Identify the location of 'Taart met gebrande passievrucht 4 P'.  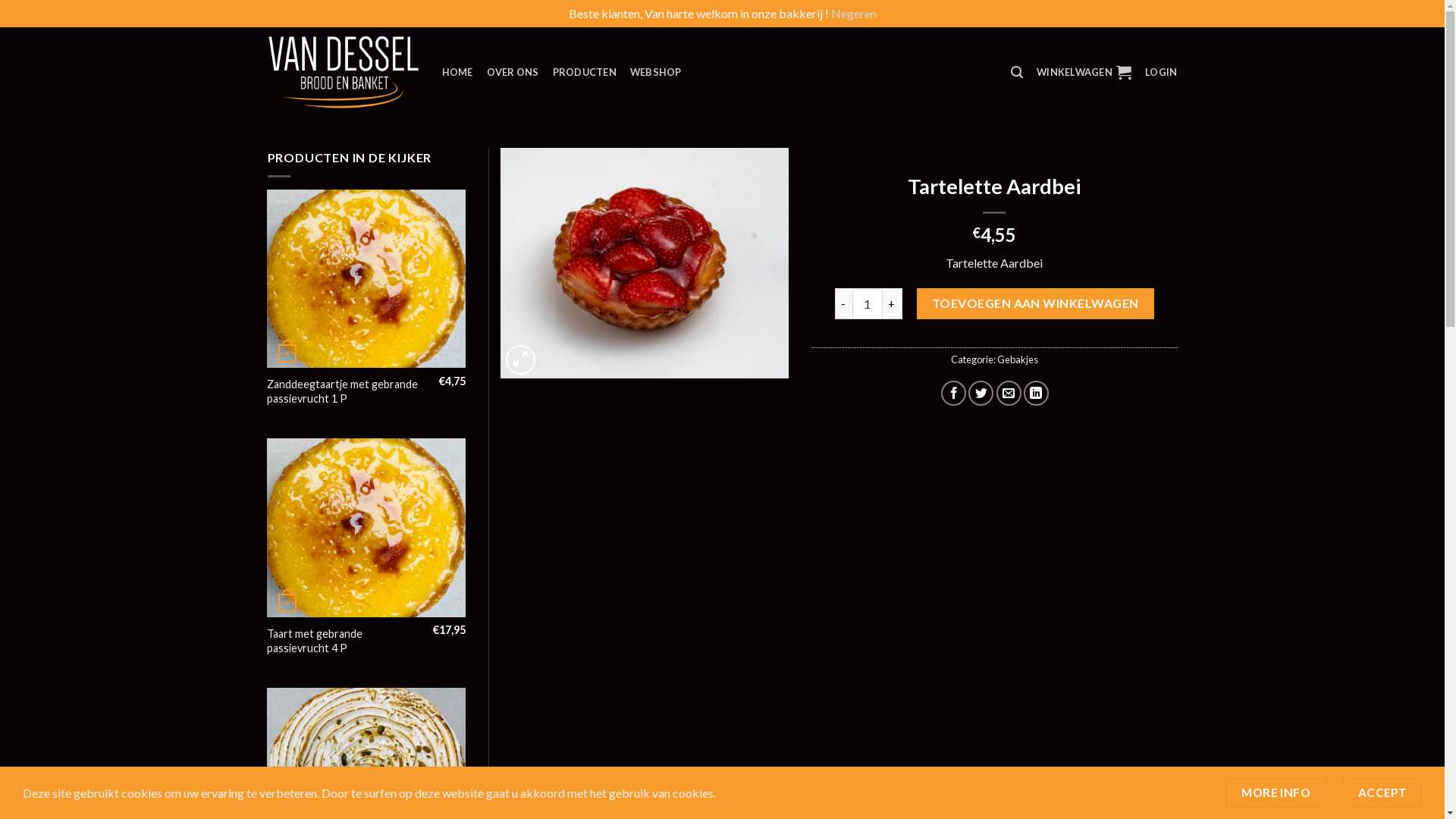
(266, 641).